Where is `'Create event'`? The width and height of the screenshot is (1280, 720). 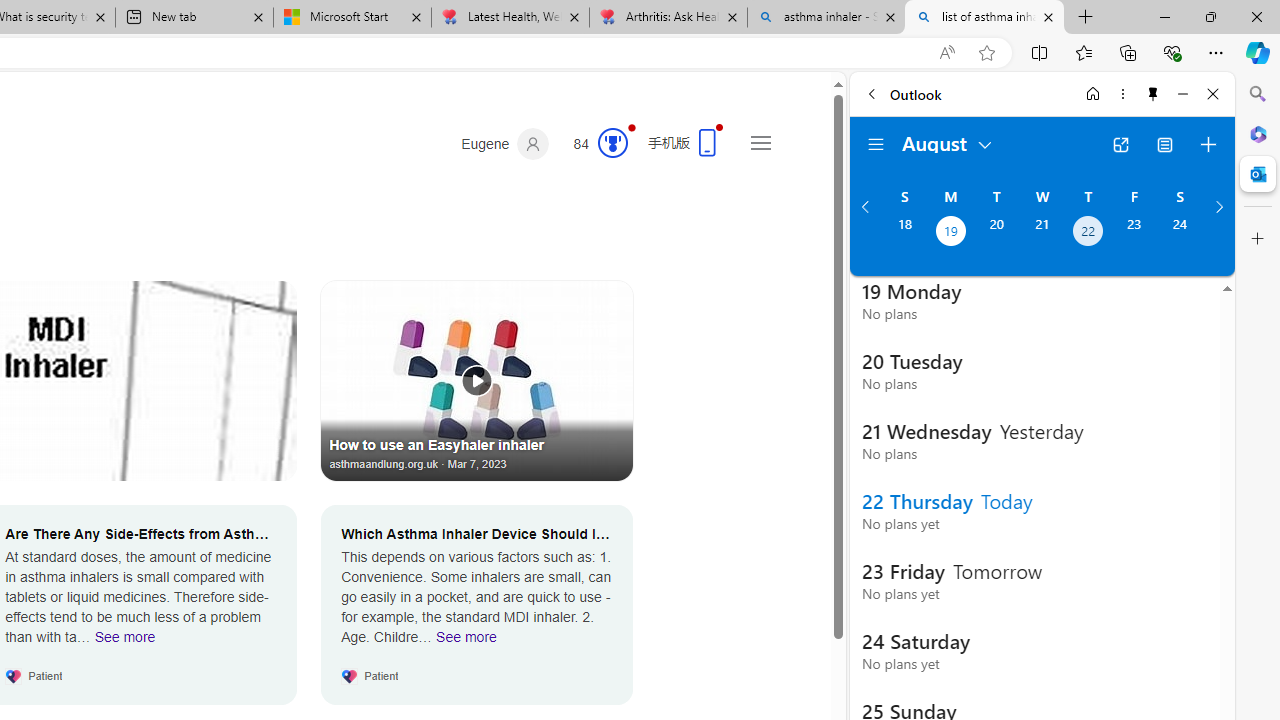 'Create event' is located at coordinates (1207, 144).